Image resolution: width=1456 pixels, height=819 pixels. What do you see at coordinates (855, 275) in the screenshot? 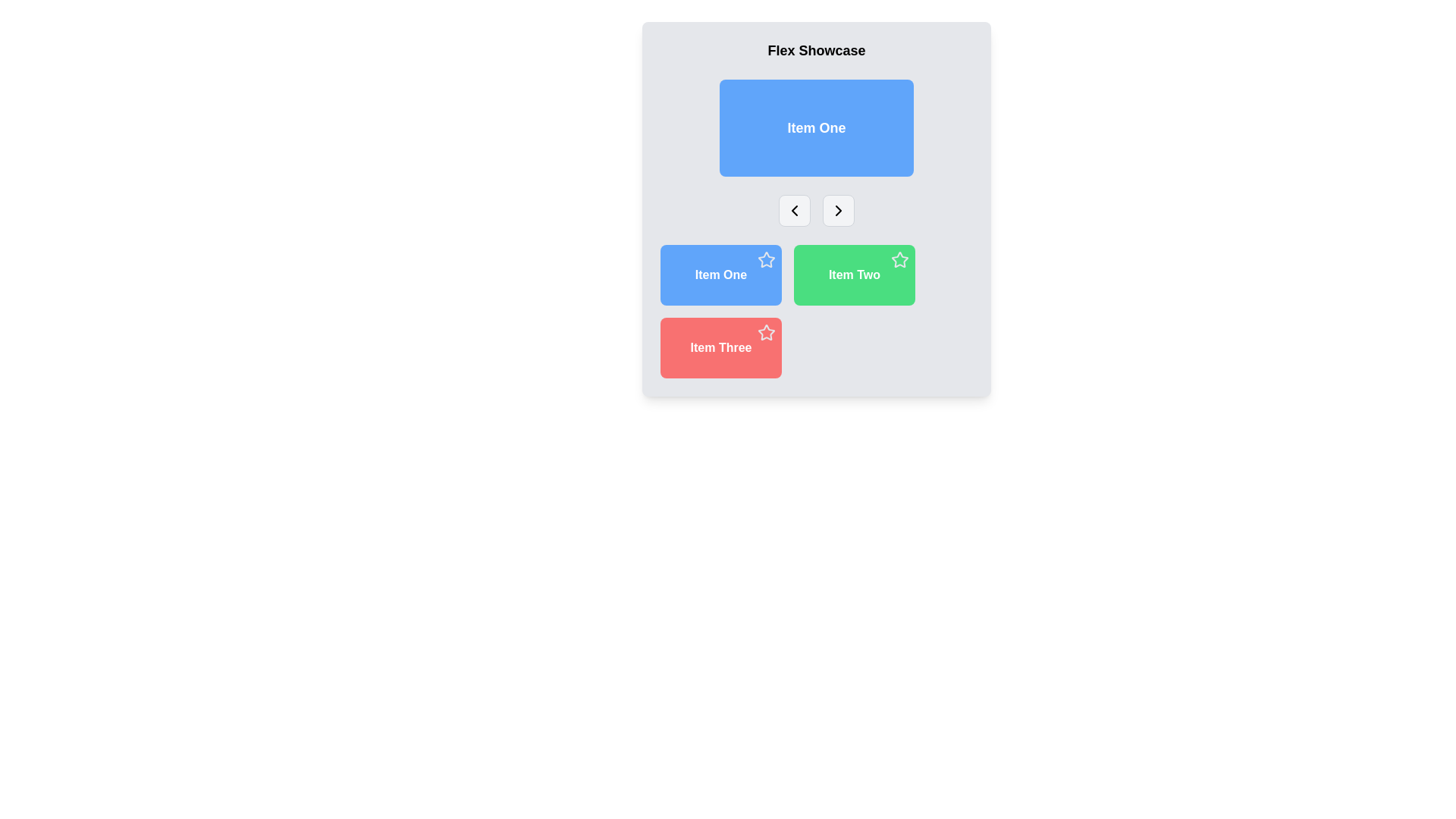
I see `the star icon embedded in the card-type component displaying 'Item Two' to change its color to yellow` at bounding box center [855, 275].